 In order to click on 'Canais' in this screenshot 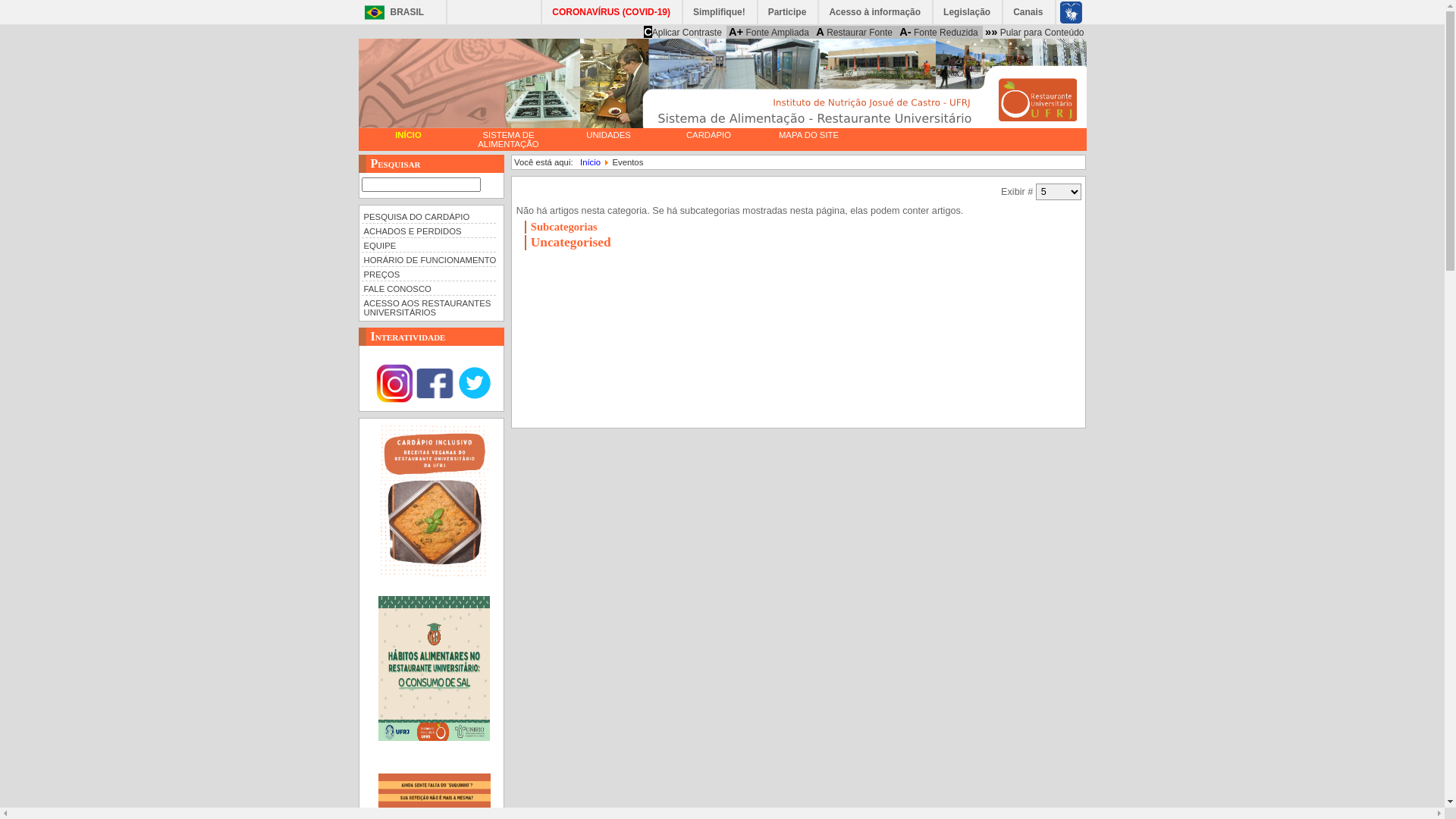, I will do `click(1028, 11)`.